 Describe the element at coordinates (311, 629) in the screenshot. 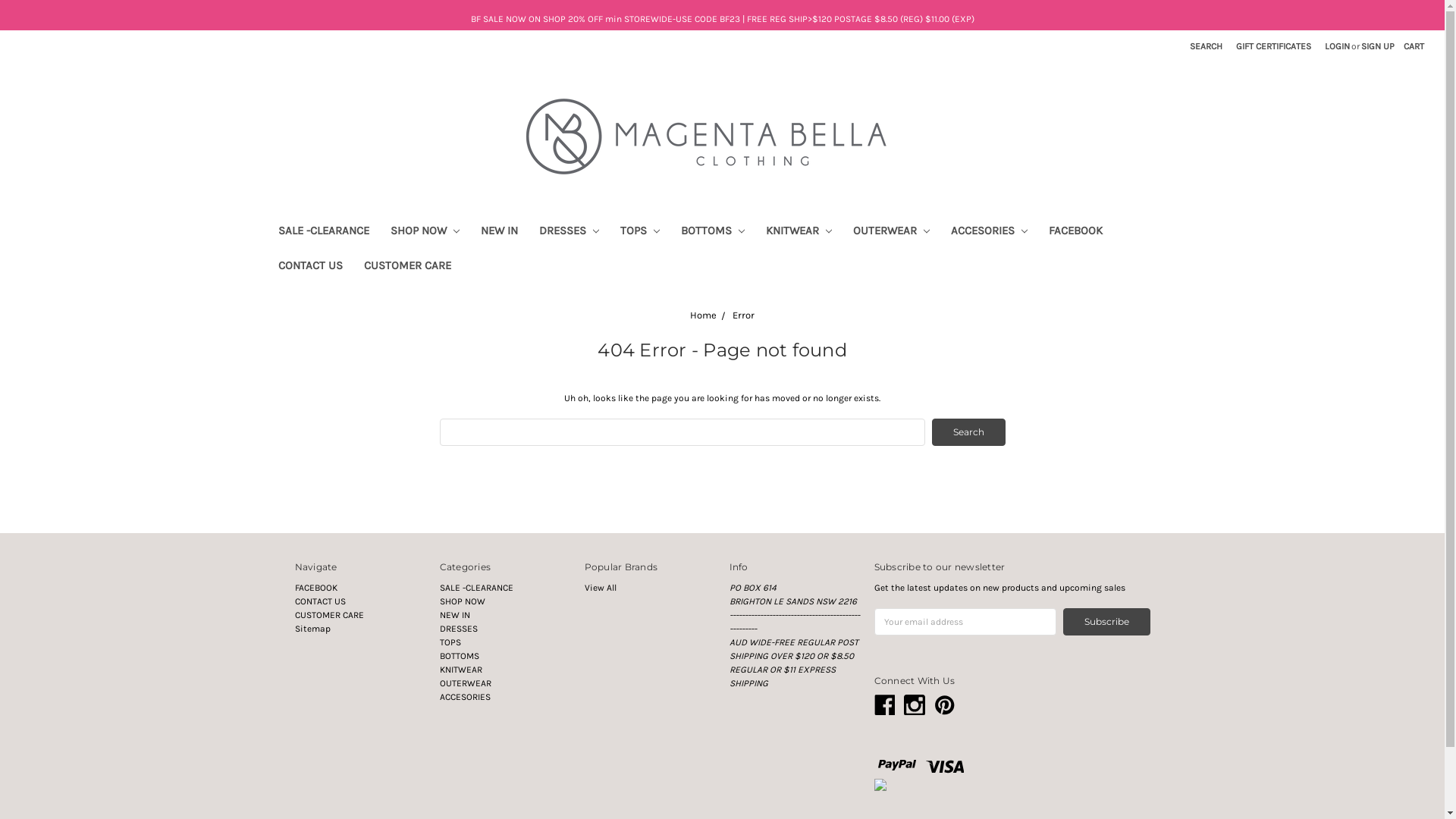

I see `'Sitemap'` at that location.